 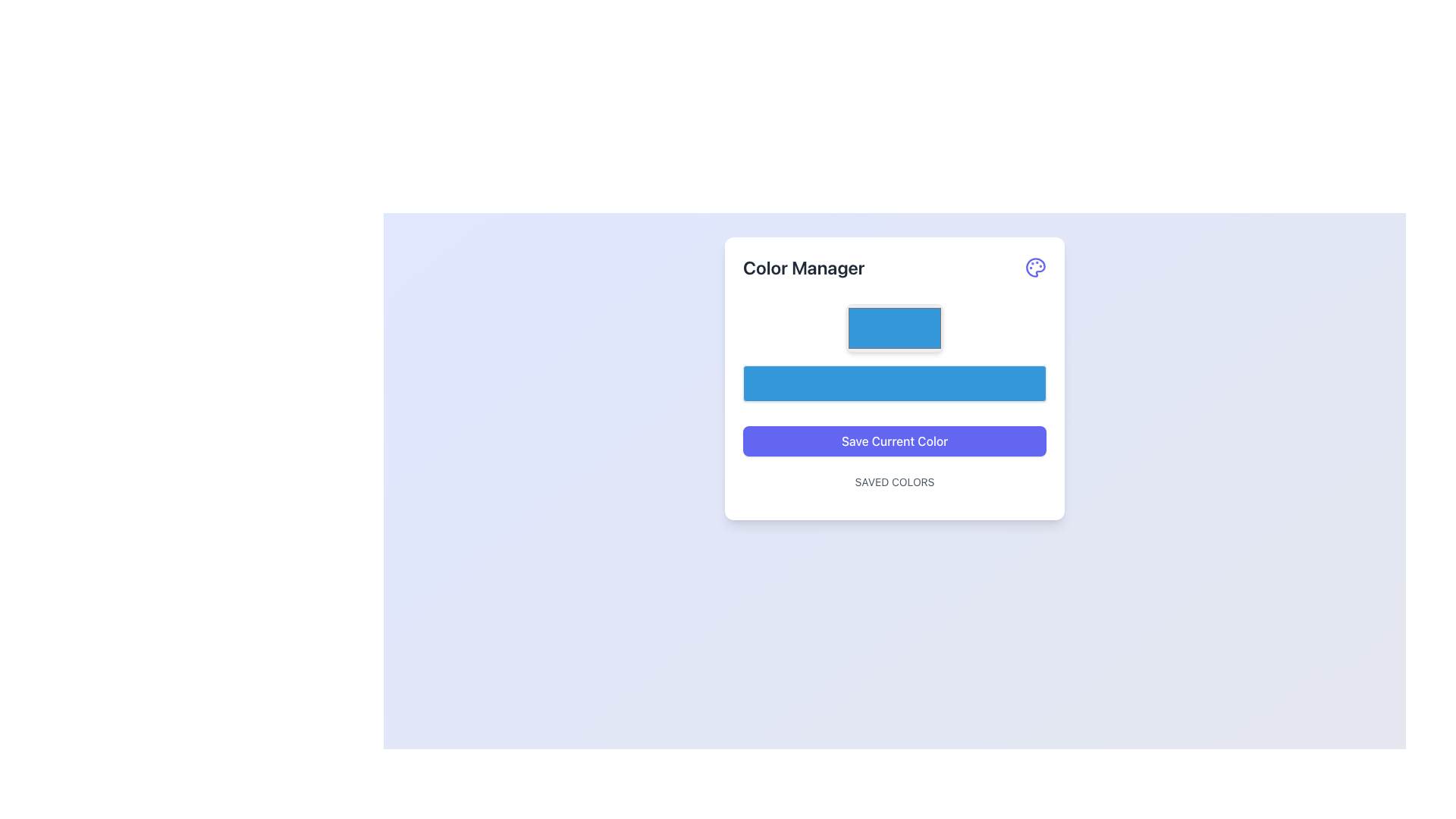 I want to click on the Label that serves as a heading for the saved color options section in the 'Color Manager' modal, positioned below the 'Save Current Color' button, so click(x=895, y=488).